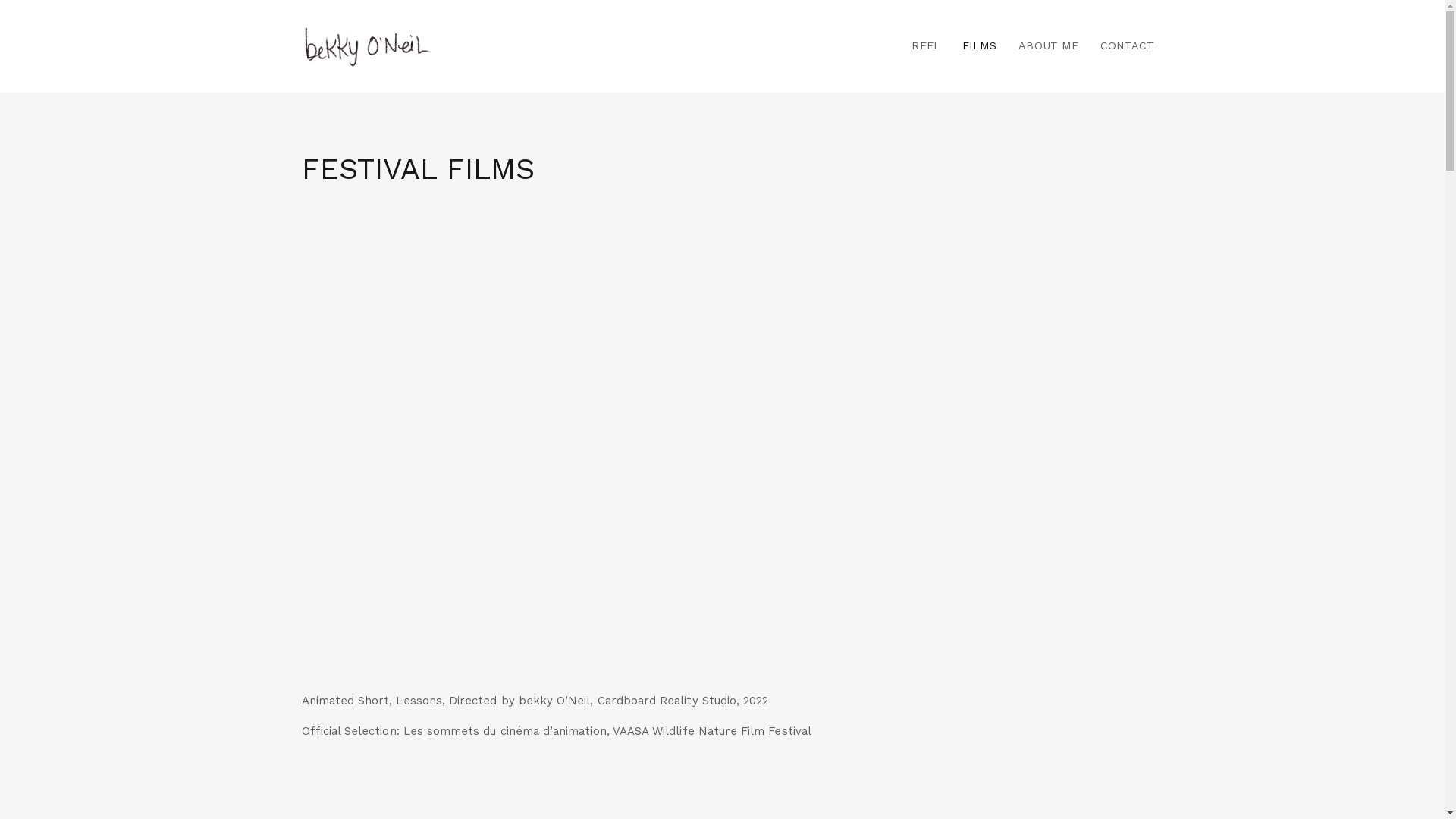  What do you see at coordinates (1008, 45) in the screenshot?
I see `'ABOUT ME'` at bounding box center [1008, 45].